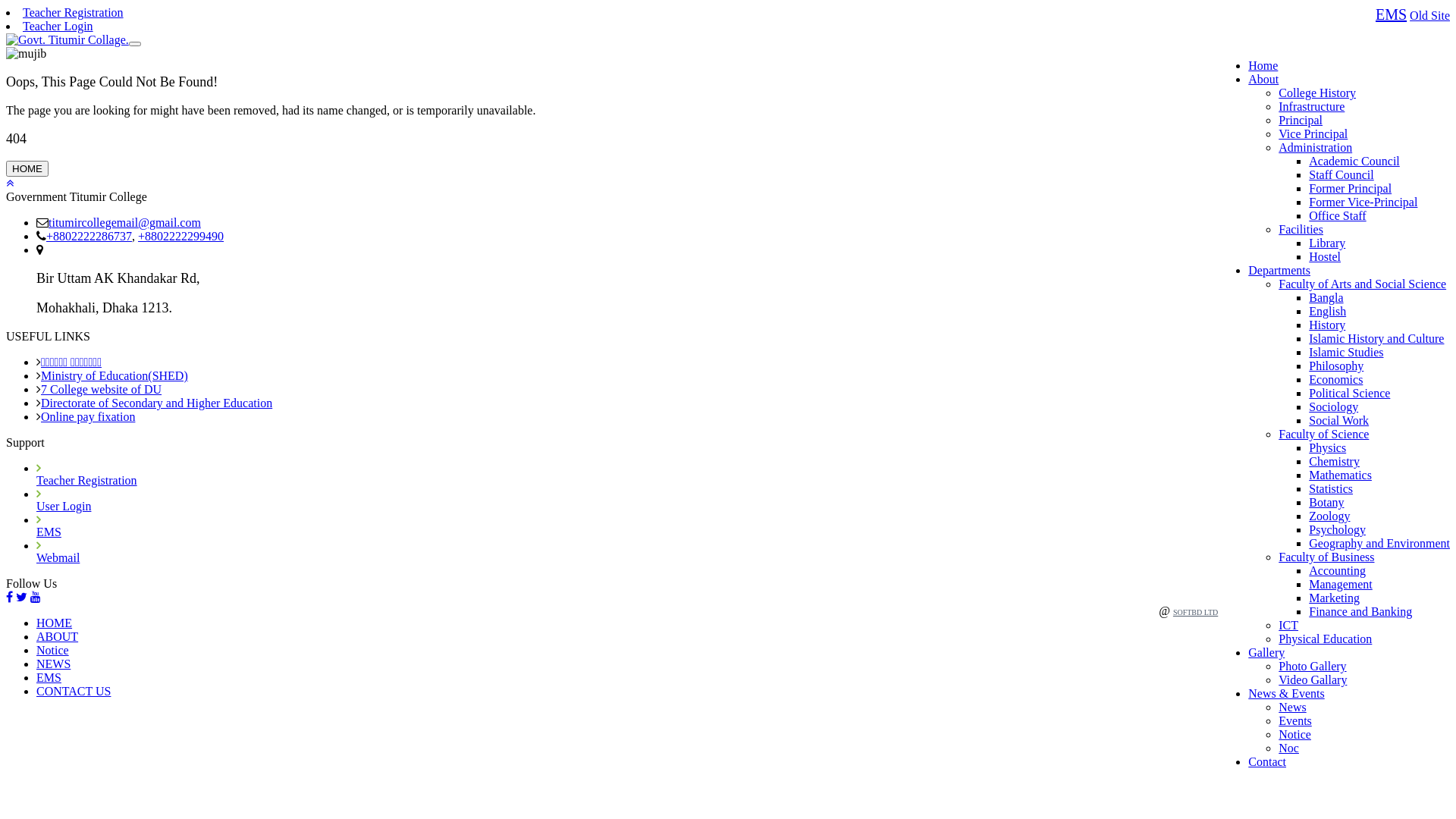 The height and width of the screenshot is (819, 1456). I want to click on 'CONTACT US', so click(72, 691).